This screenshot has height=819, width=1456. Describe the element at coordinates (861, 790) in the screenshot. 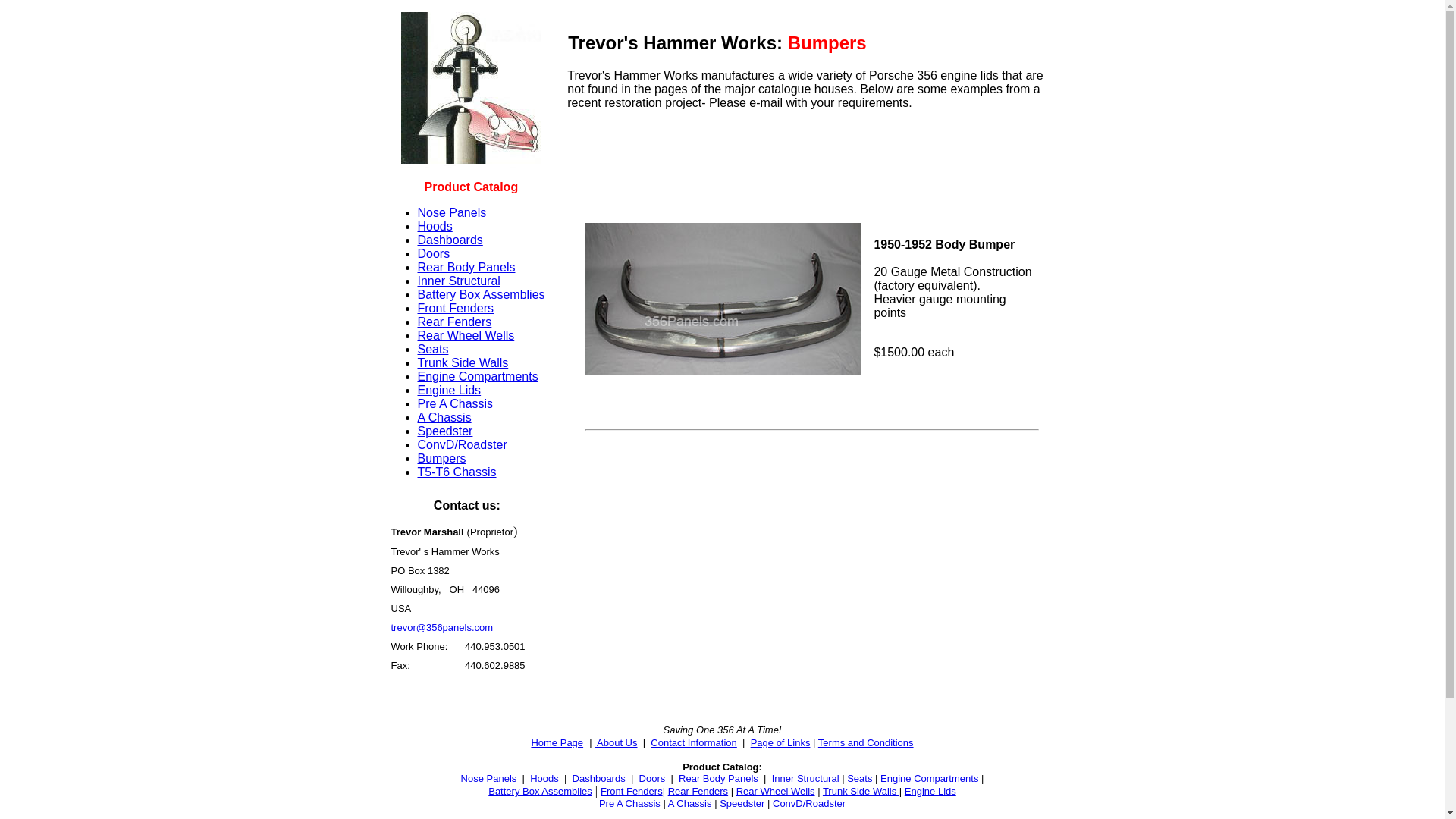

I see `'Trunk Side Walls'` at that location.